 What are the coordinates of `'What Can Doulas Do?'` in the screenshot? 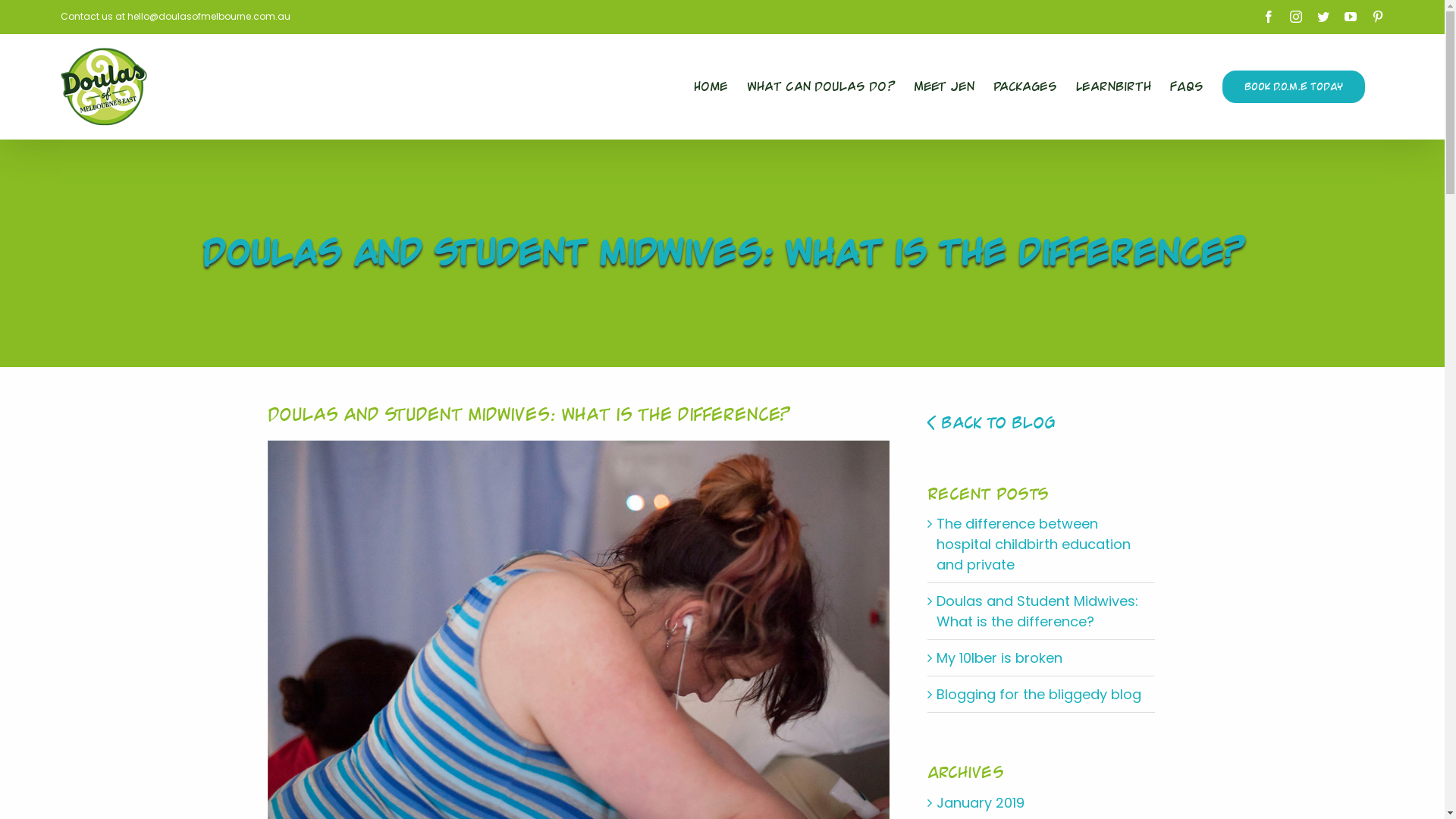 It's located at (820, 86).